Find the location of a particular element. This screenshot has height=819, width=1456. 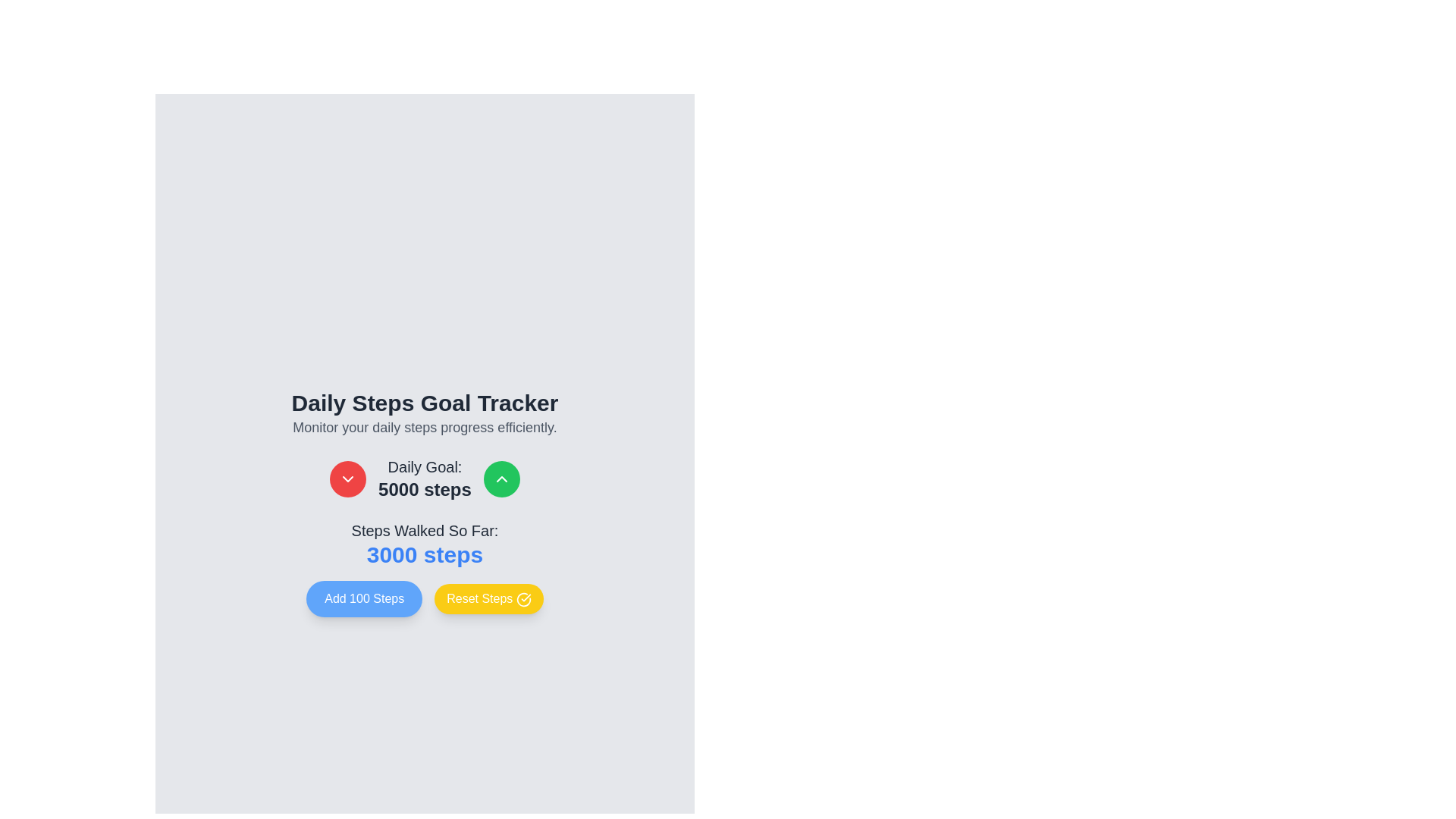

the circular red button with a white downward arrow to decrease the goal for 'Daily Goal: 5000 steps' is located at coordinates (347, 479).